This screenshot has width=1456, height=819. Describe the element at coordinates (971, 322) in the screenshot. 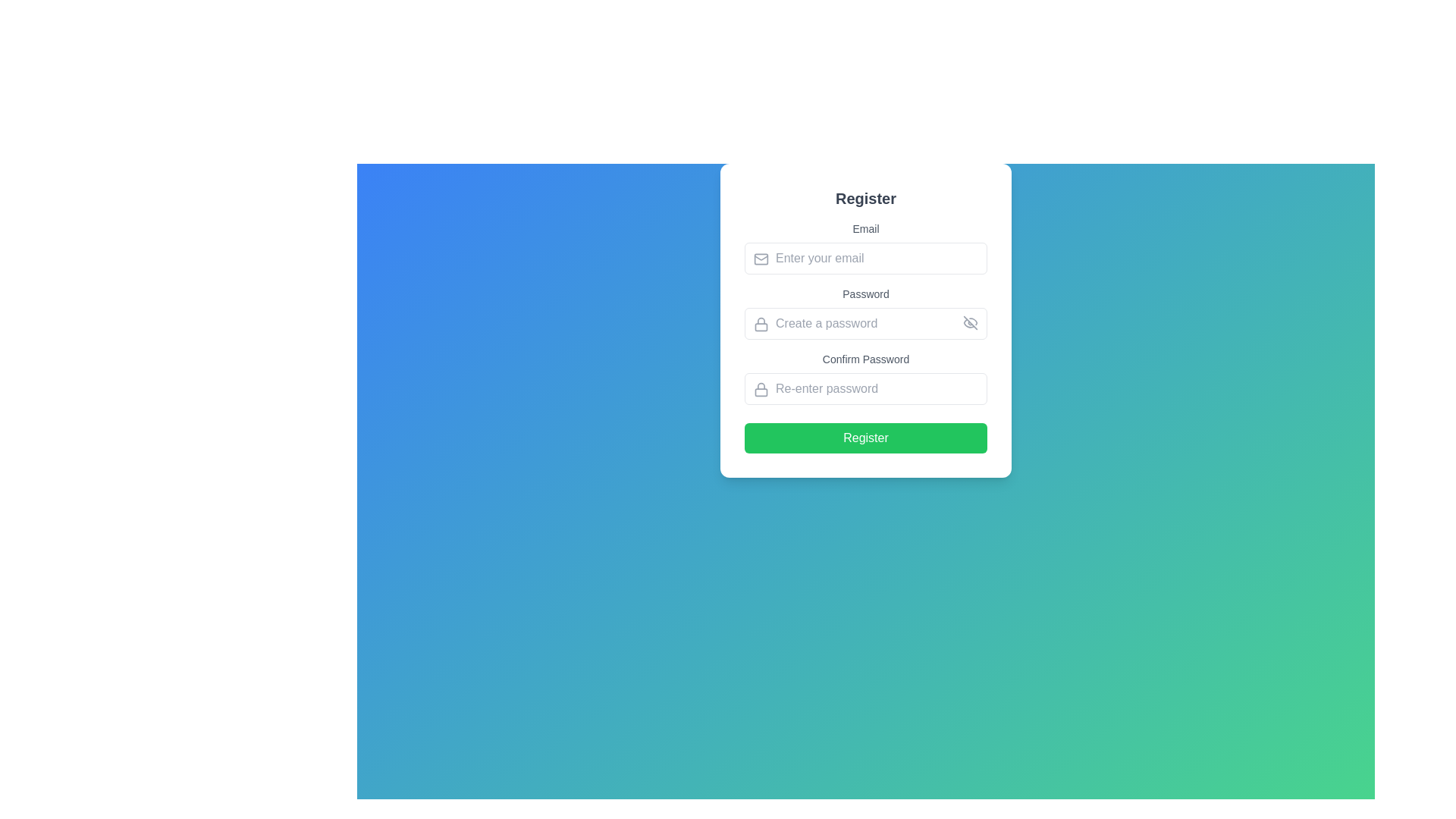

I see `the small button icon featuring a stylized eye with a slash through it, located at the top-right corner of the password input field` at that location.